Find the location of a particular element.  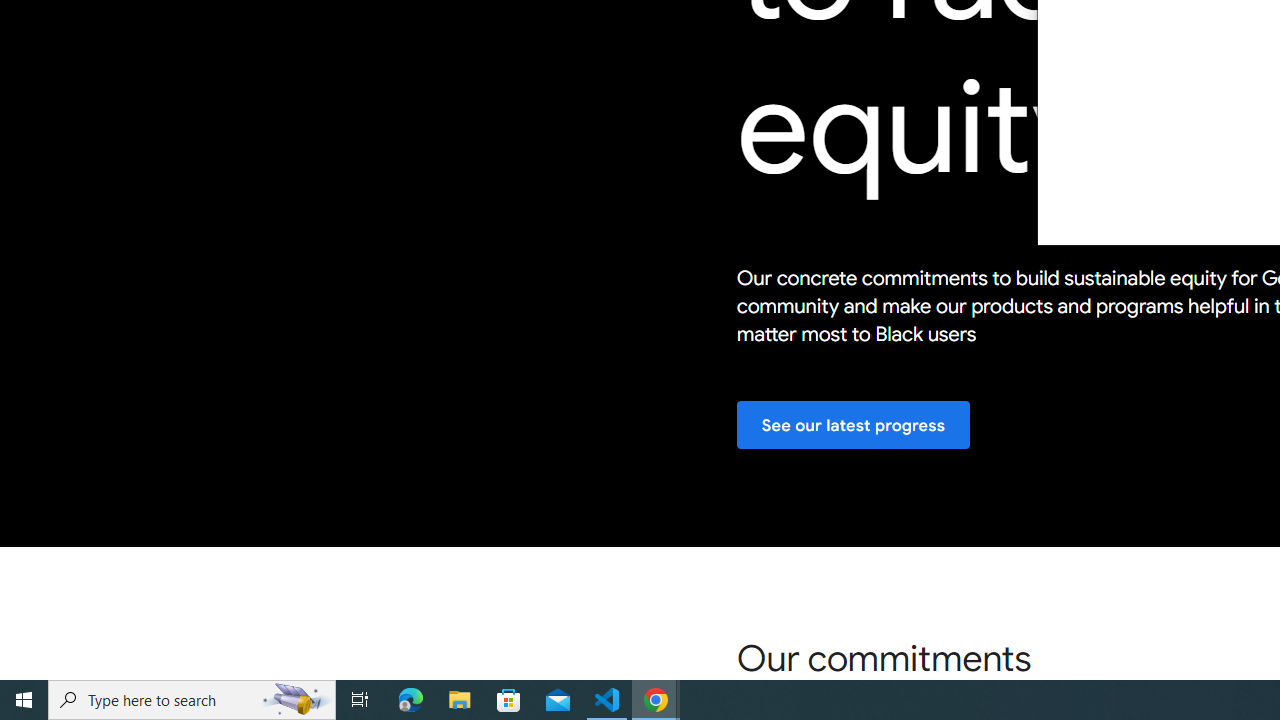

'File Explorer' is located at coordinates (459, 698).